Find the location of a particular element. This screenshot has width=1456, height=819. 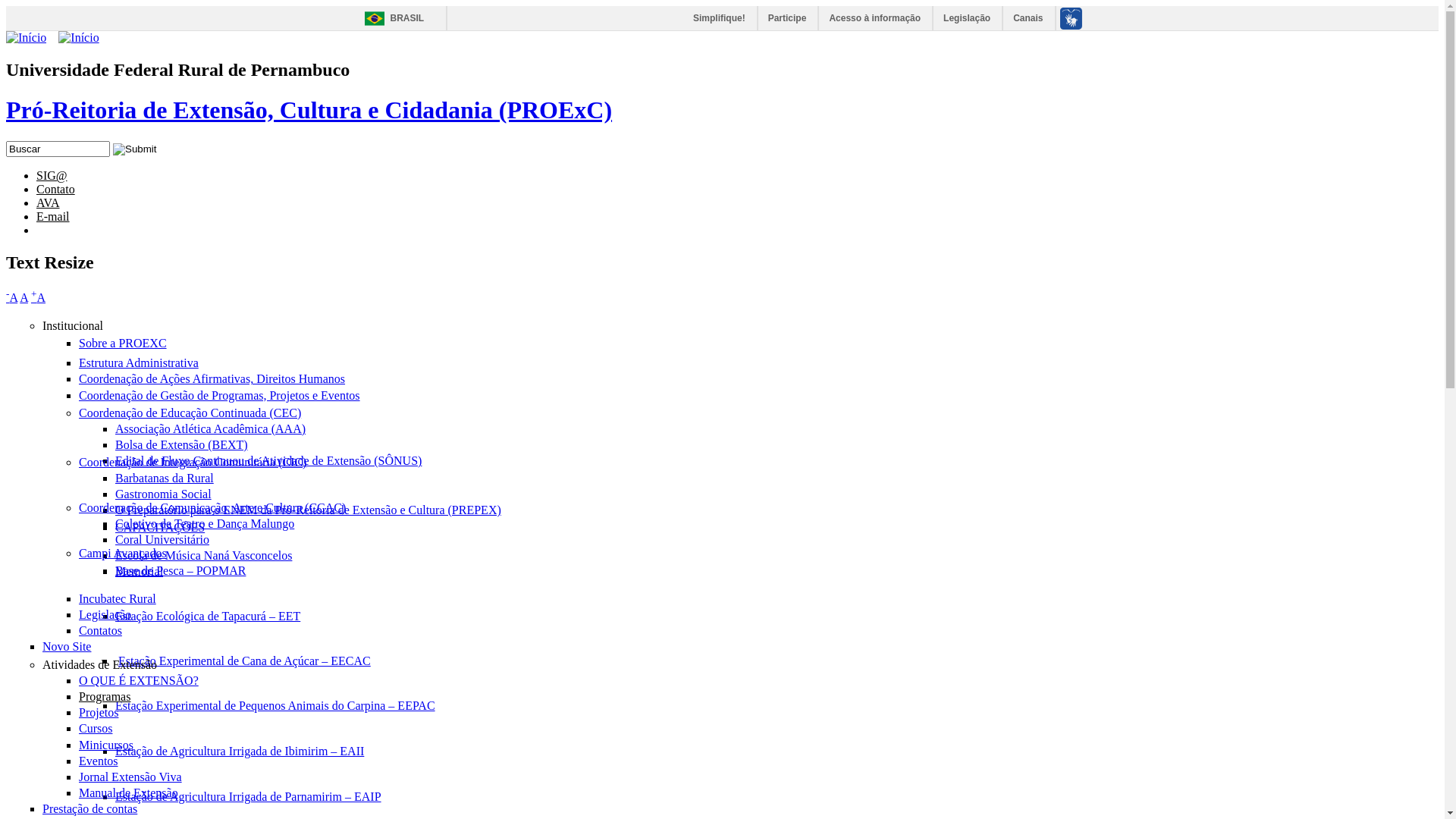

'Gastronomia Social' is located at coordinates (163, 494).